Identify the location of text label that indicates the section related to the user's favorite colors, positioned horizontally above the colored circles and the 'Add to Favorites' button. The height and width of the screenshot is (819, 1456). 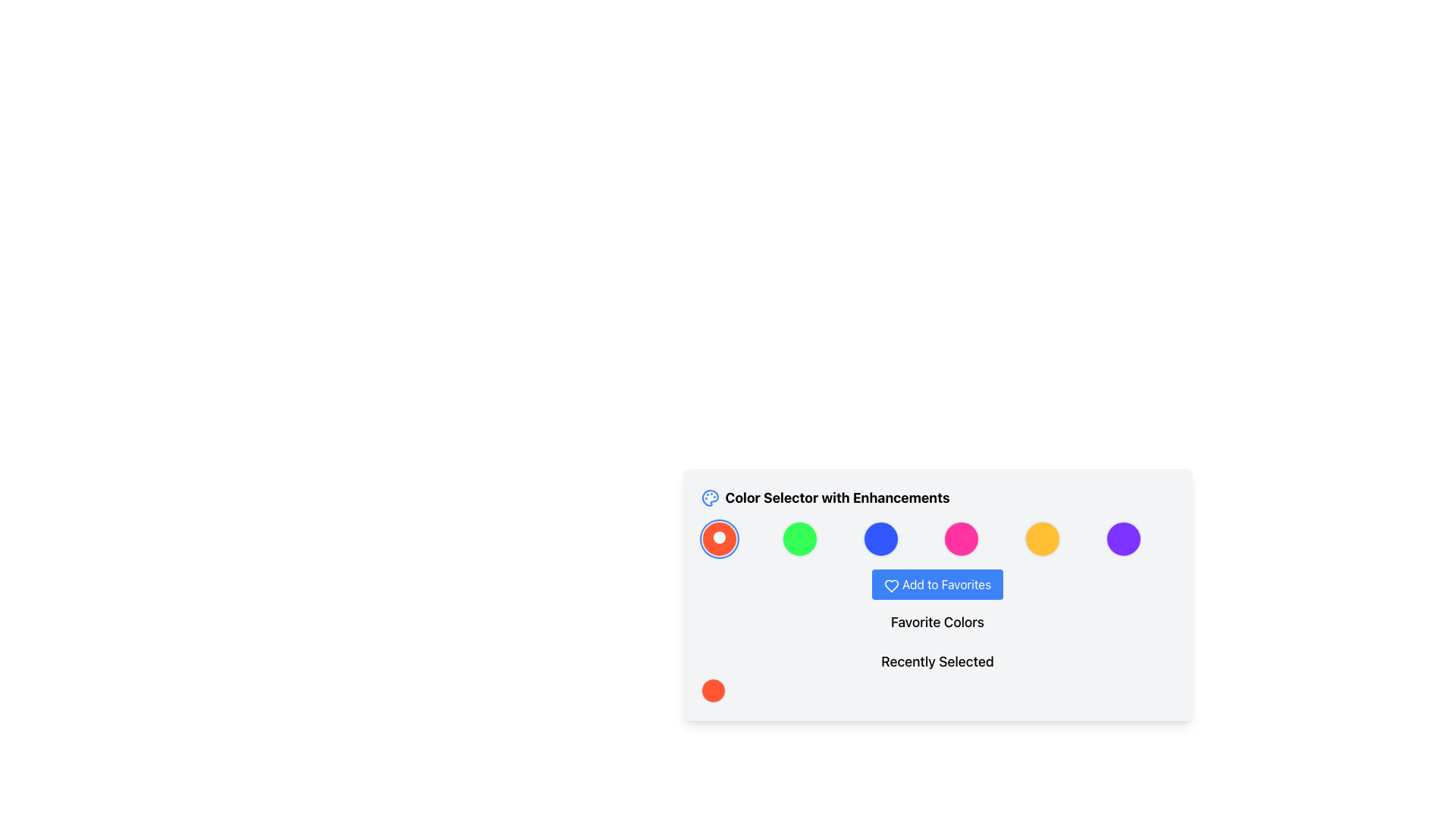
(937, 623).